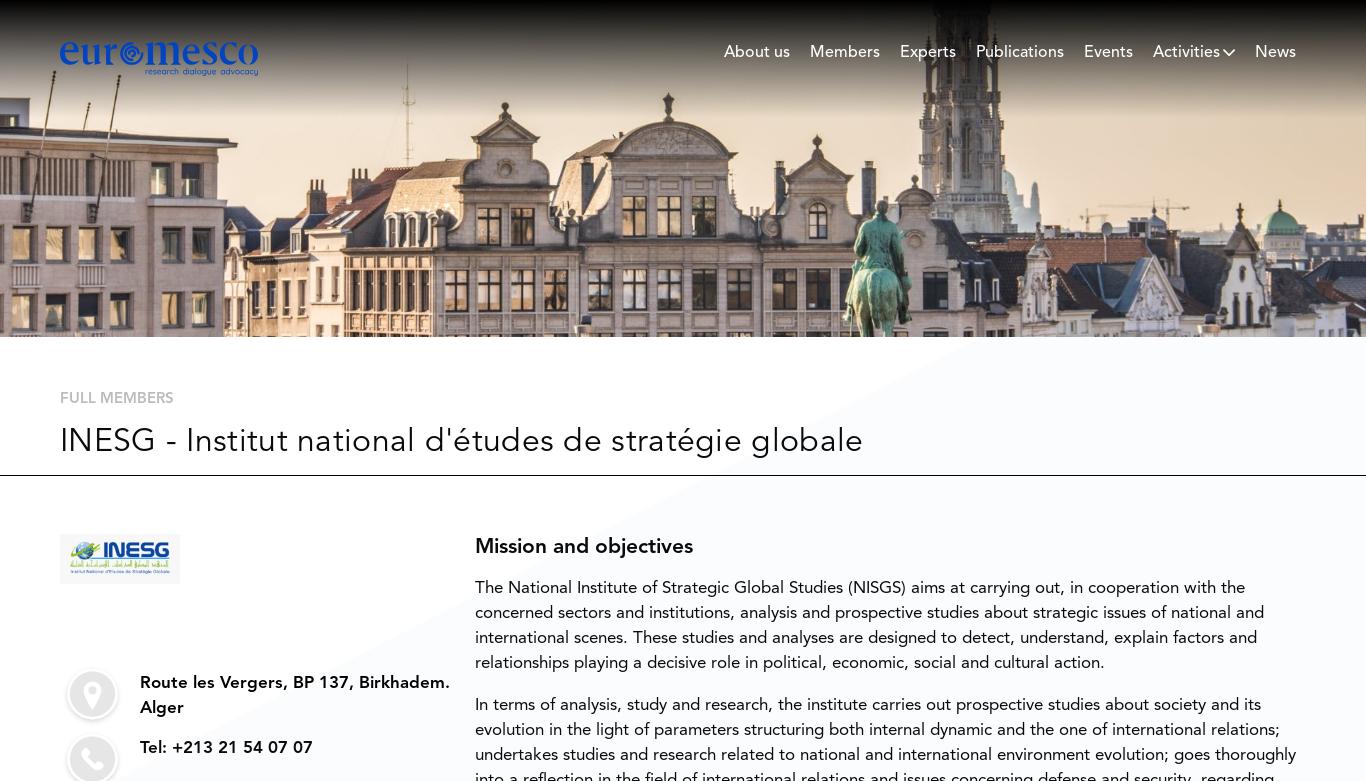  Describe the element at coordinates (1274, 52) in the screenshot. I see `'News'` at that location.